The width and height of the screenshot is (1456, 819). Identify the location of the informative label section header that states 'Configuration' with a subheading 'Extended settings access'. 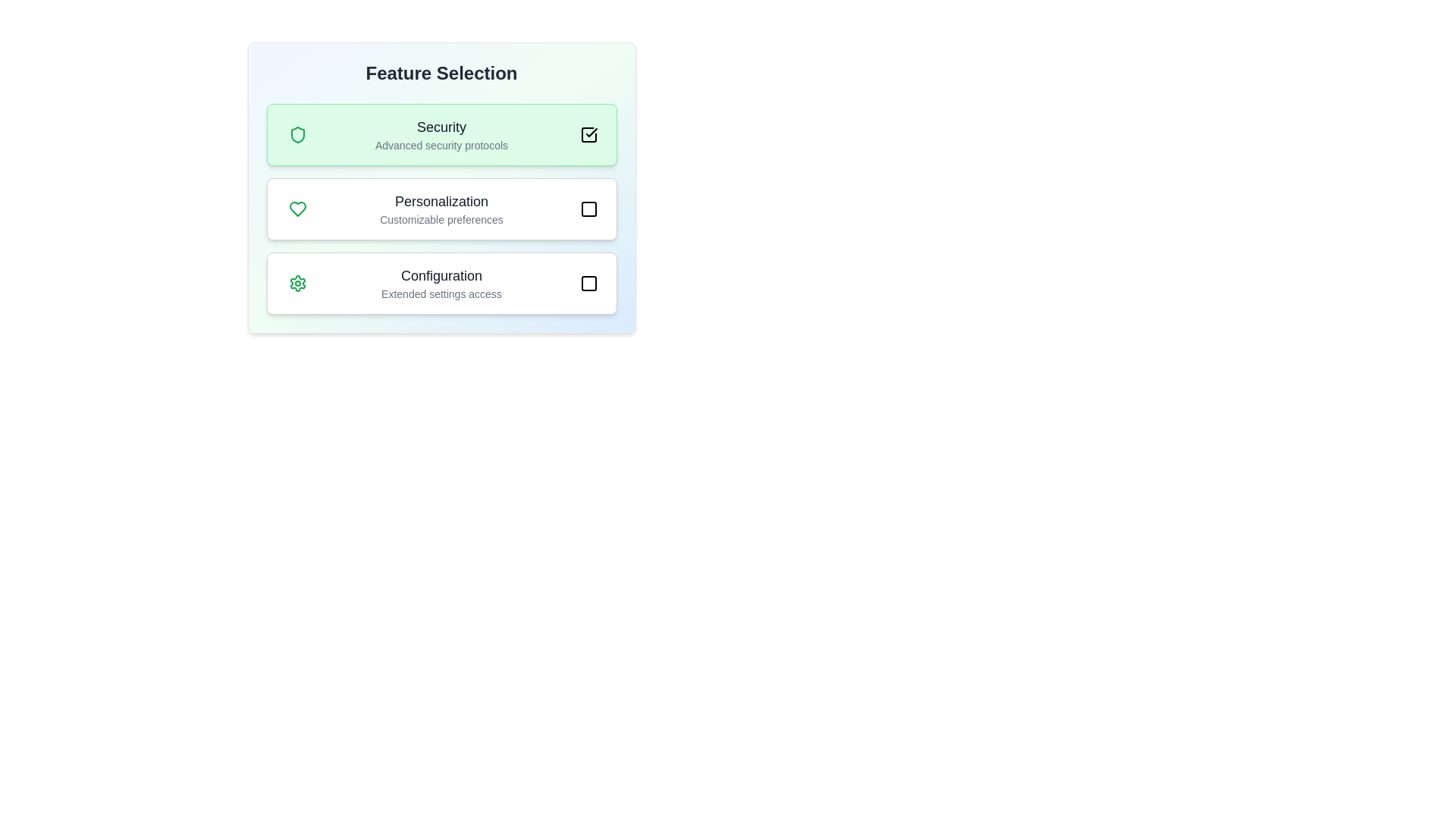
(441, 284).